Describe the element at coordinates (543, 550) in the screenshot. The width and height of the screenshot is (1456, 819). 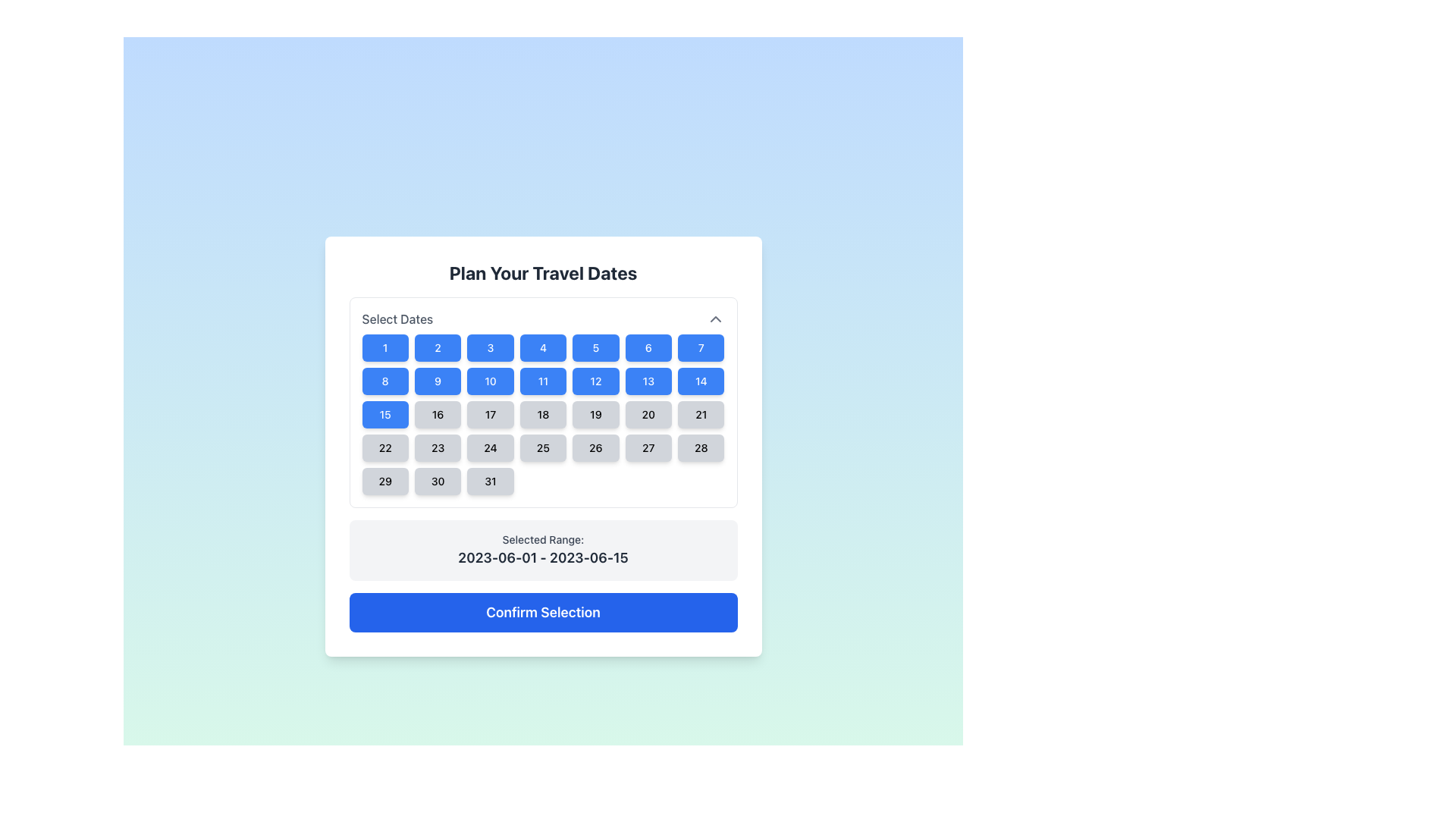
I see `the informational display box that shows the currently selected date range, located centrally below the date grid and above the 'Confirm Selection' button` at that location.